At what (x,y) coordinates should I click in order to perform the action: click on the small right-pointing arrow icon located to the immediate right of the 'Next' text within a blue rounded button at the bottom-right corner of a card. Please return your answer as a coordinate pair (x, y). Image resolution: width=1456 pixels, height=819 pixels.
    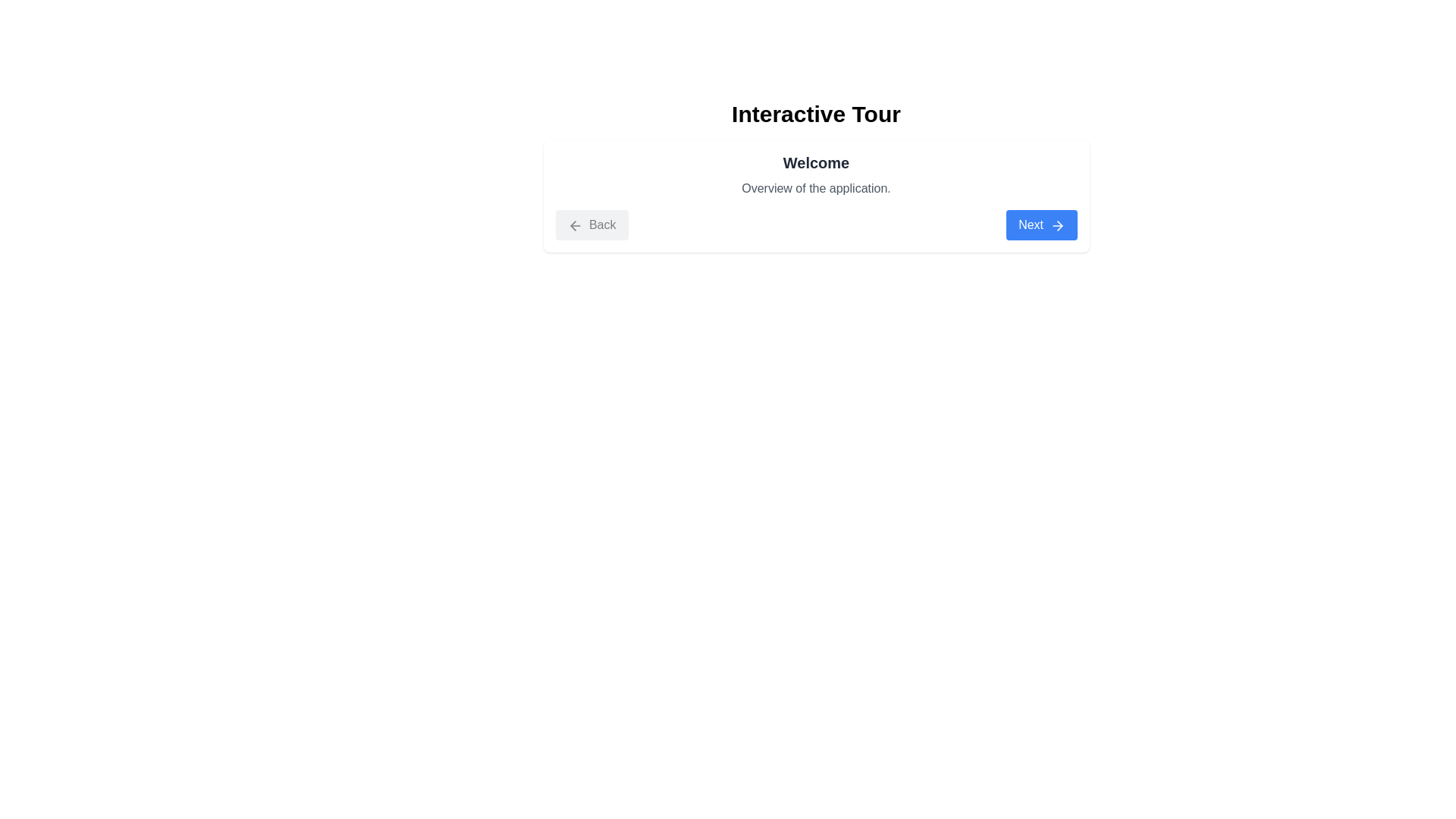
    Looking at the image, I should click on (1056, 225).